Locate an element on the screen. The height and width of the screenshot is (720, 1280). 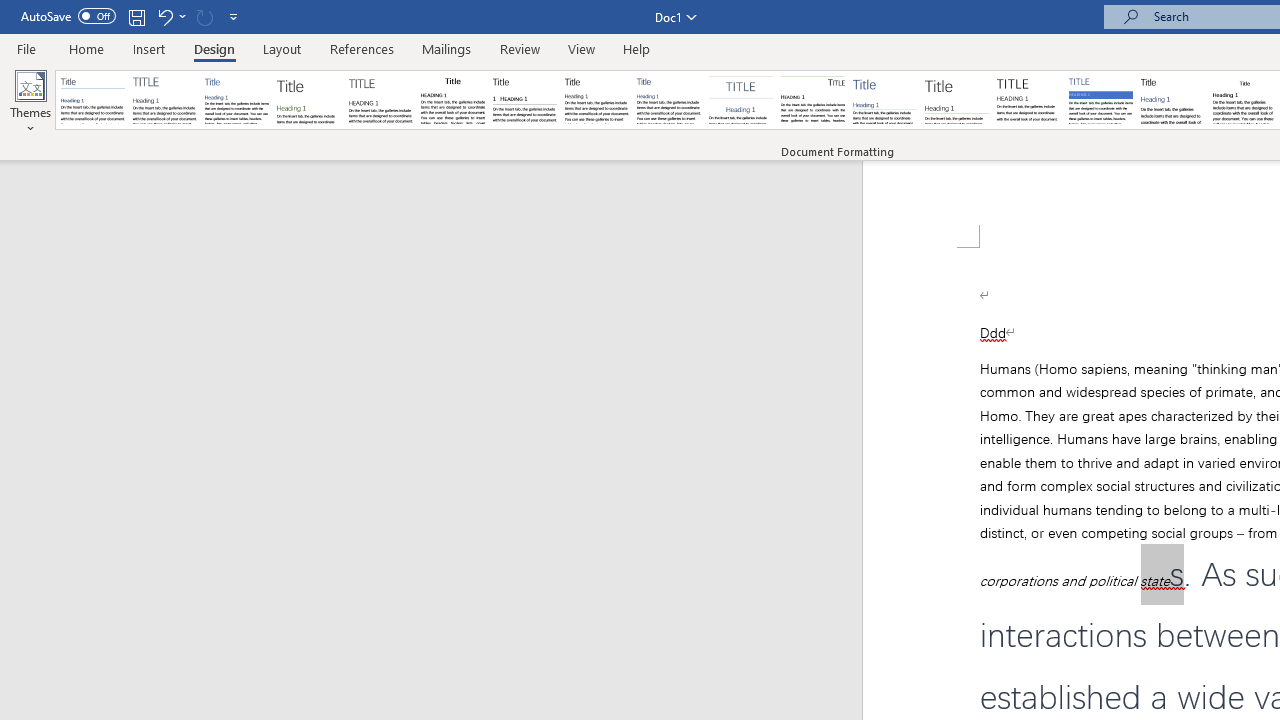
'Black & White (Numbered)' is located at coordinates (524, 100).